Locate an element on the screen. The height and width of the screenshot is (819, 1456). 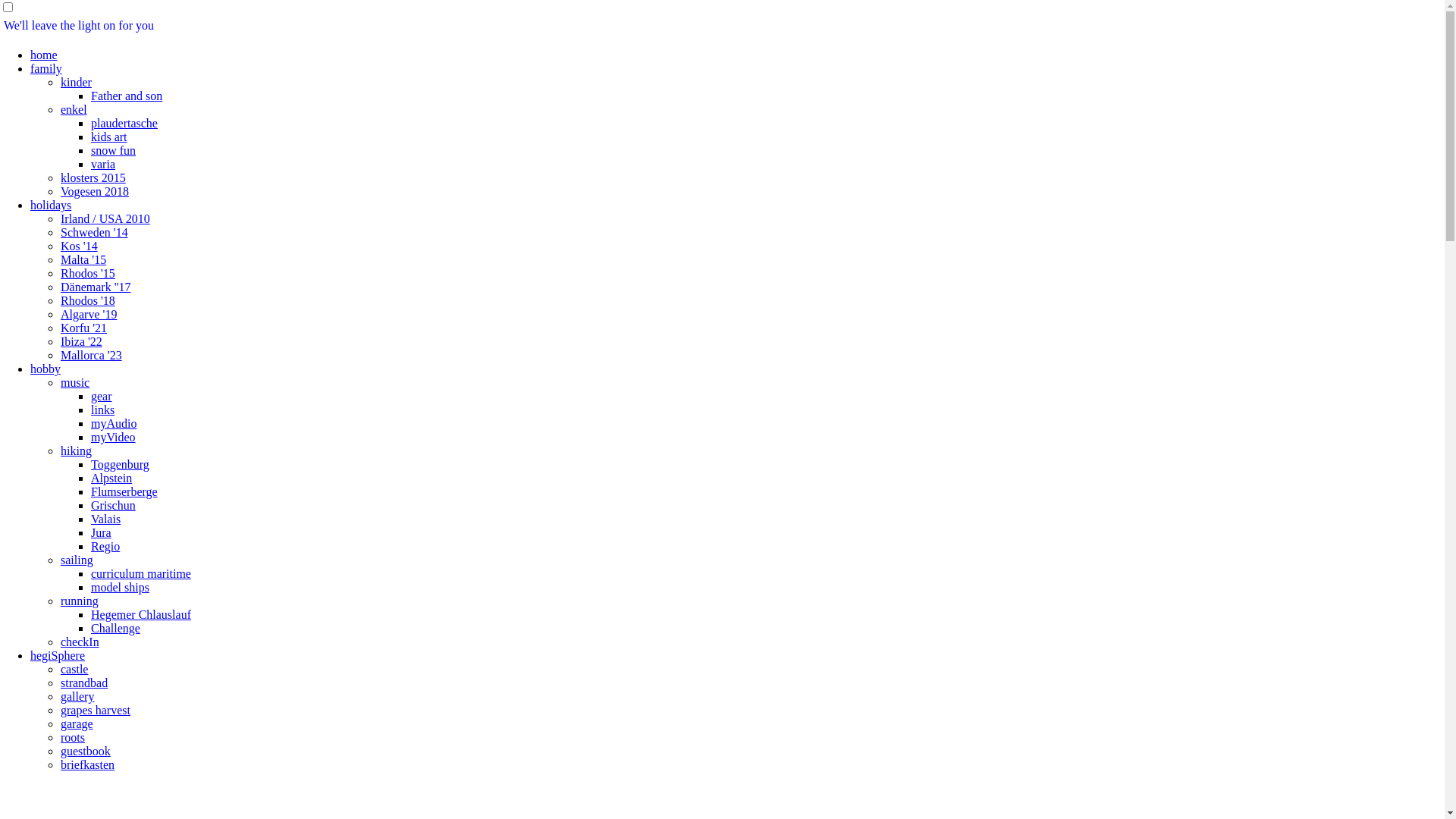
'garage' is located at coordinates (76, 723).